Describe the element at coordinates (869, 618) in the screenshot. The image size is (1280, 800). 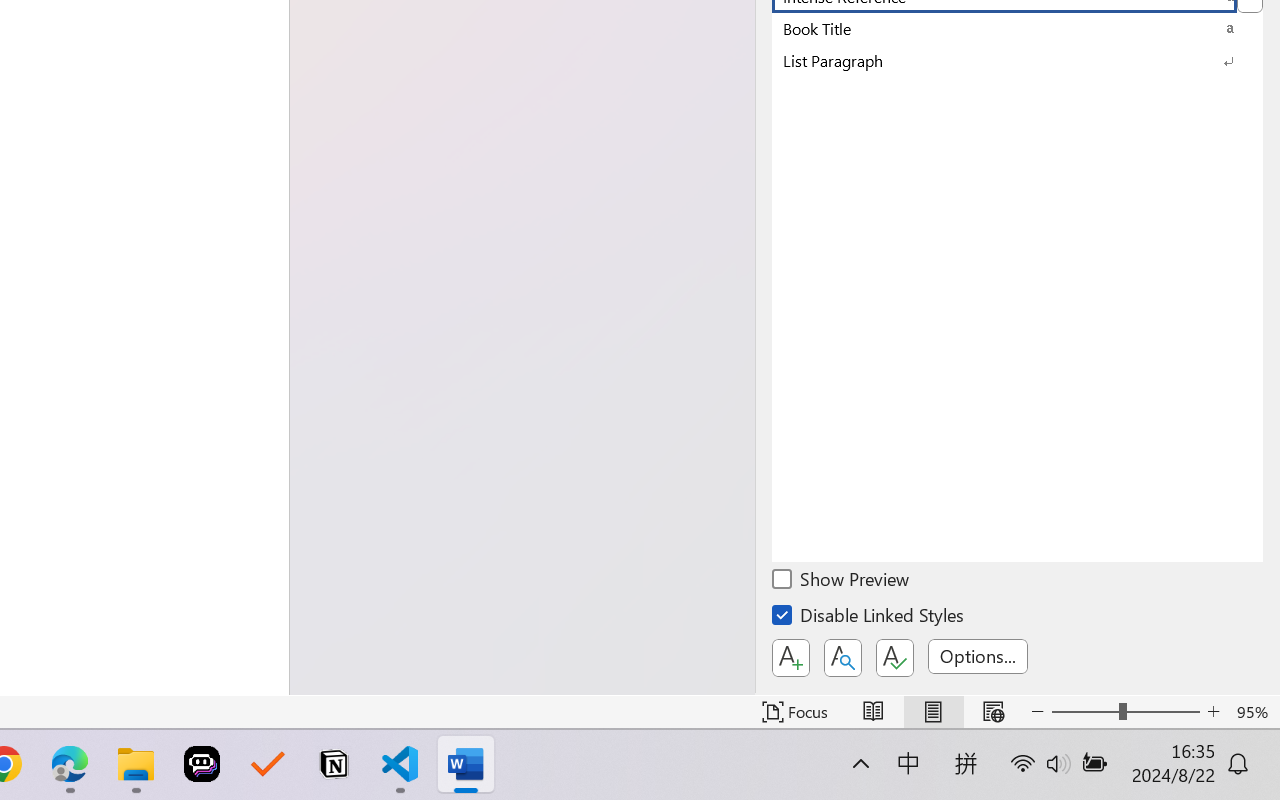
I see `'Disable Linked Styles'` at that location.